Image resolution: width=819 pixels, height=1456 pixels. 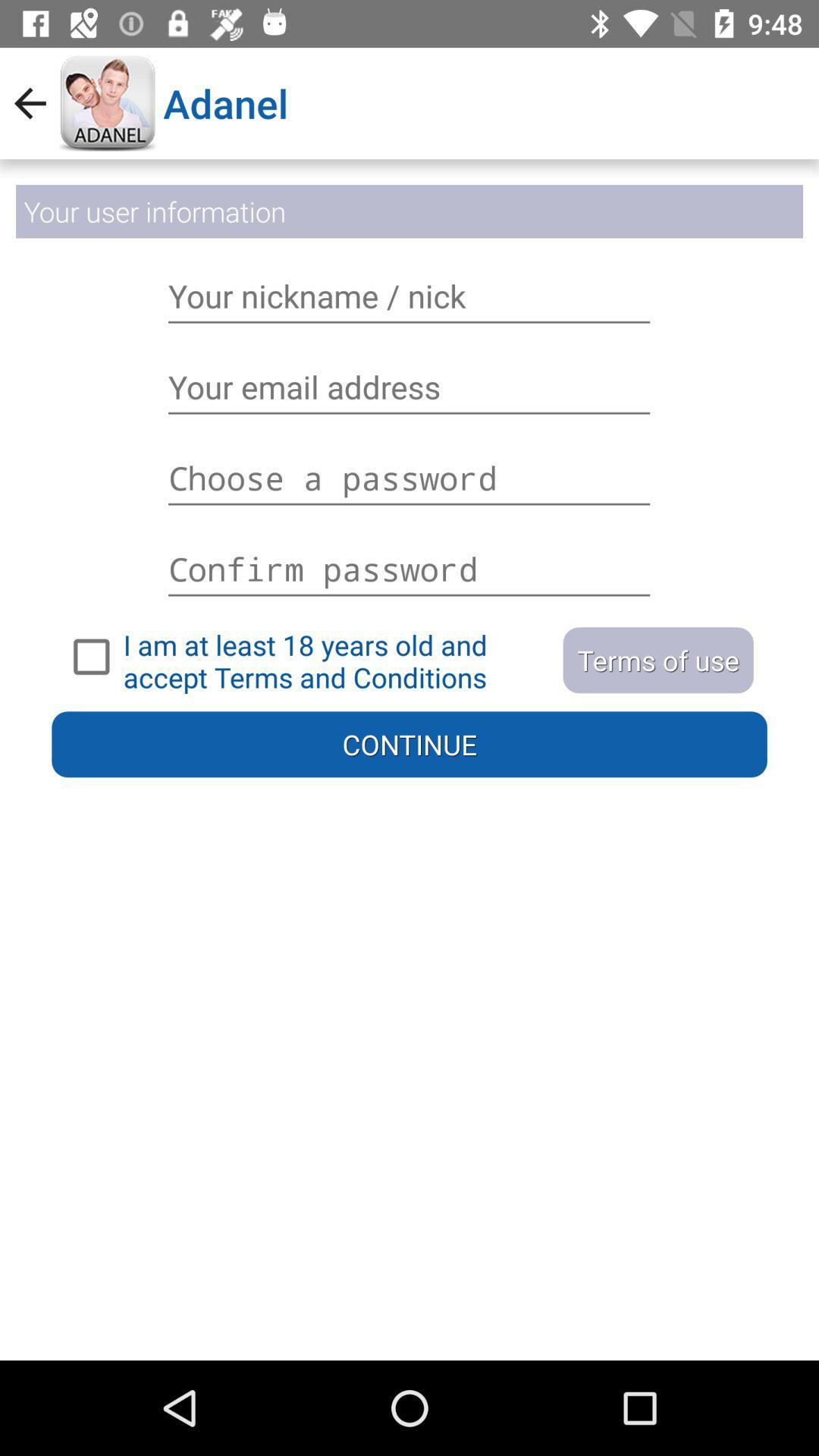 What do you see at coordinates (409, 477) in the screenshot?
I see `choose a password field` at bounding box center [409, 477].